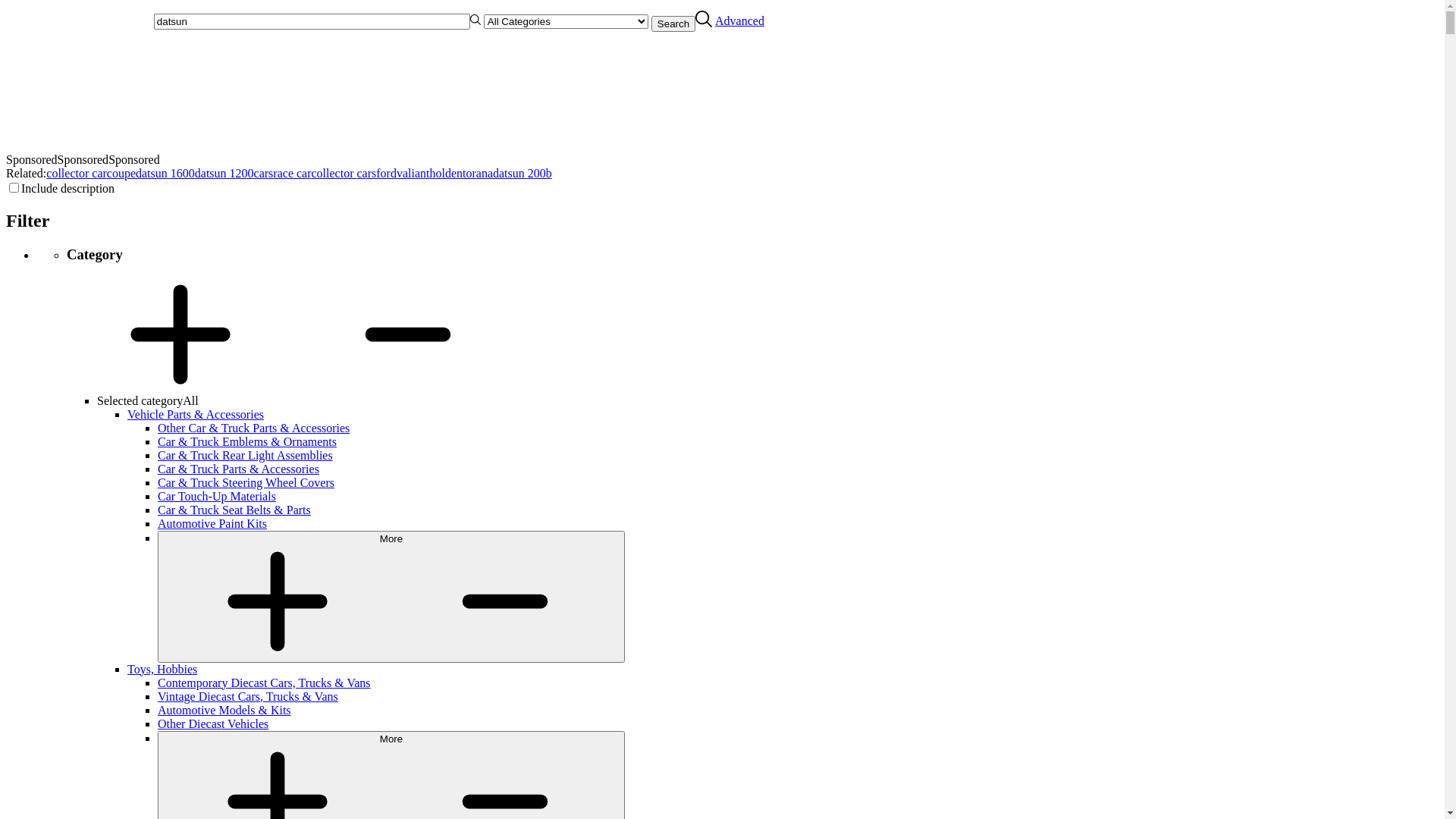  I want to click on 'Car & Truck Steering Wheel Covers', so click(157, 482).